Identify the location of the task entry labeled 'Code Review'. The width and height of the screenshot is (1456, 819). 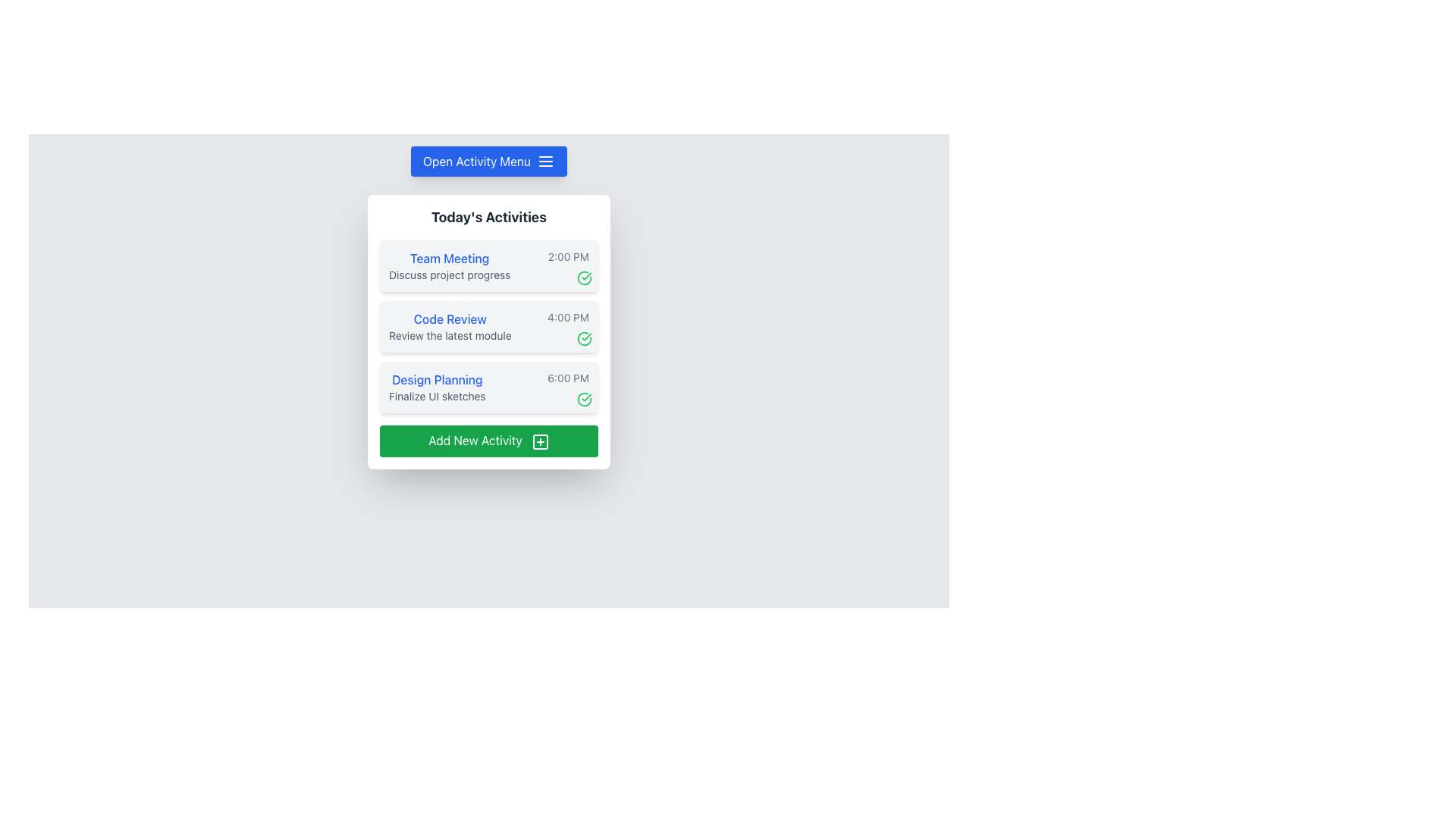
(488, 326).